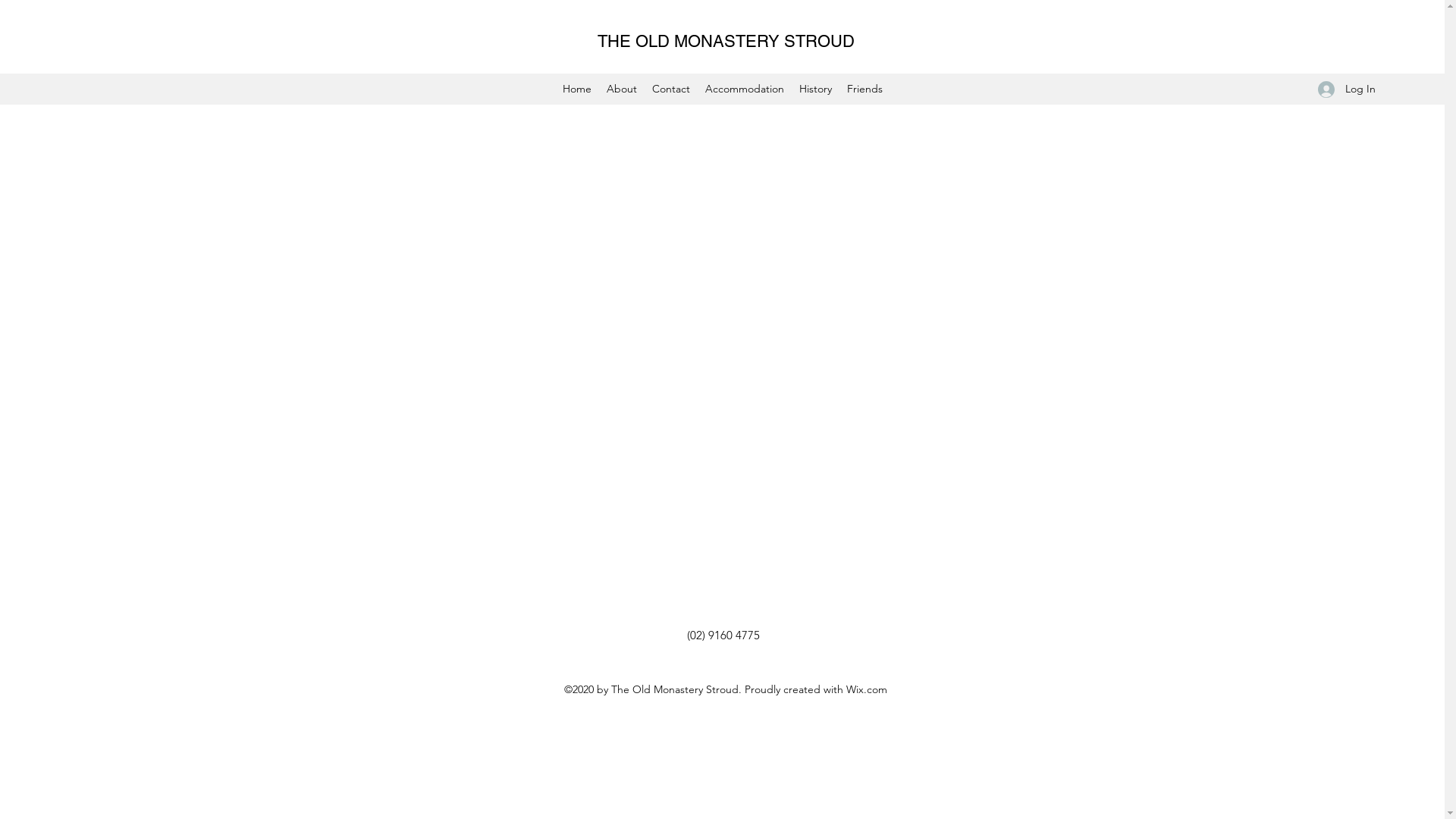  I want to click on 'Log In', so click(1347, 89).